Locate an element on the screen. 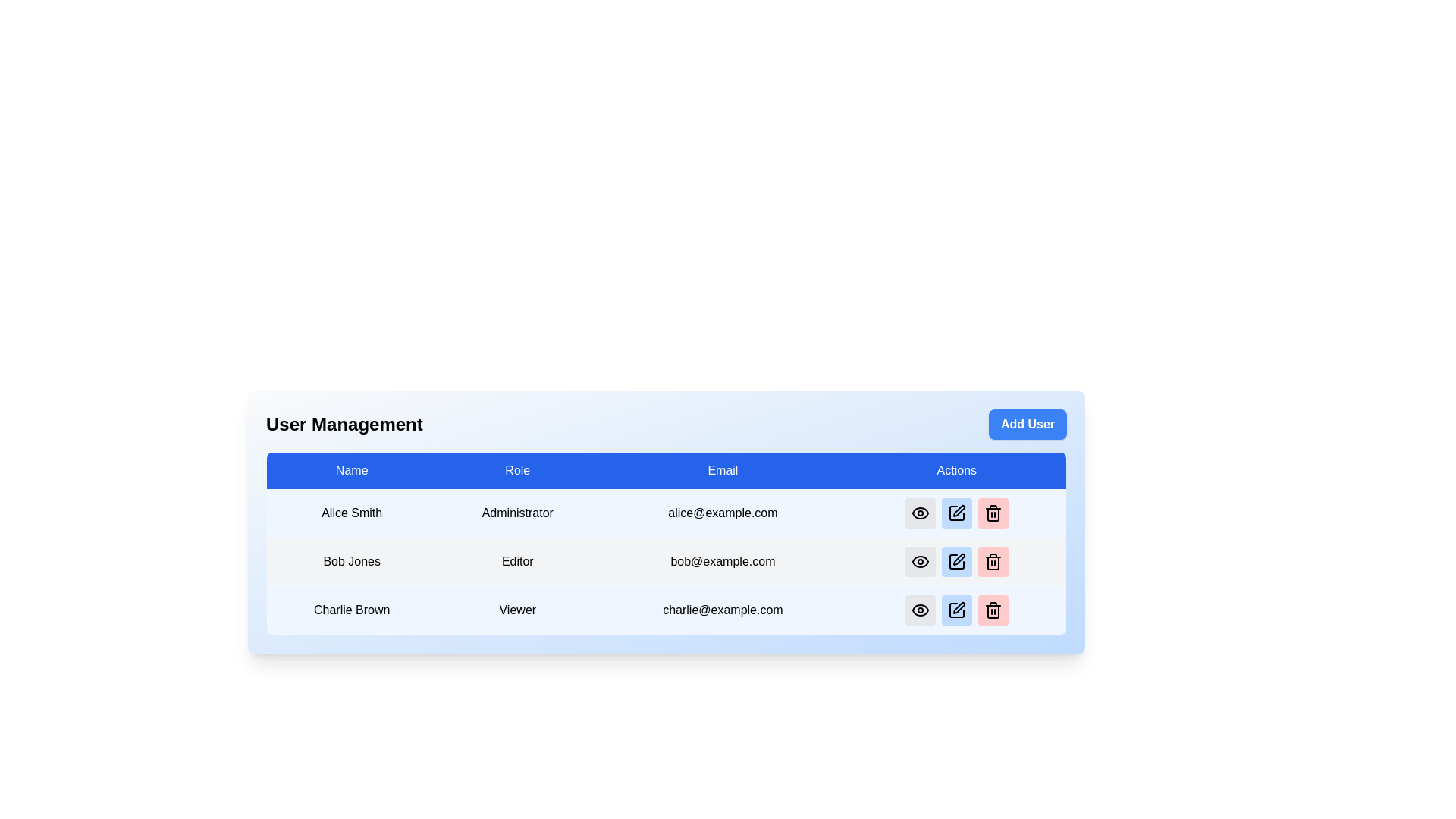 This screenshot has width=1456, height=819. the pen icon representing an edit action located in the 'Actions' column for the user 'Alice Smith' is located at coordinates (958, 511).